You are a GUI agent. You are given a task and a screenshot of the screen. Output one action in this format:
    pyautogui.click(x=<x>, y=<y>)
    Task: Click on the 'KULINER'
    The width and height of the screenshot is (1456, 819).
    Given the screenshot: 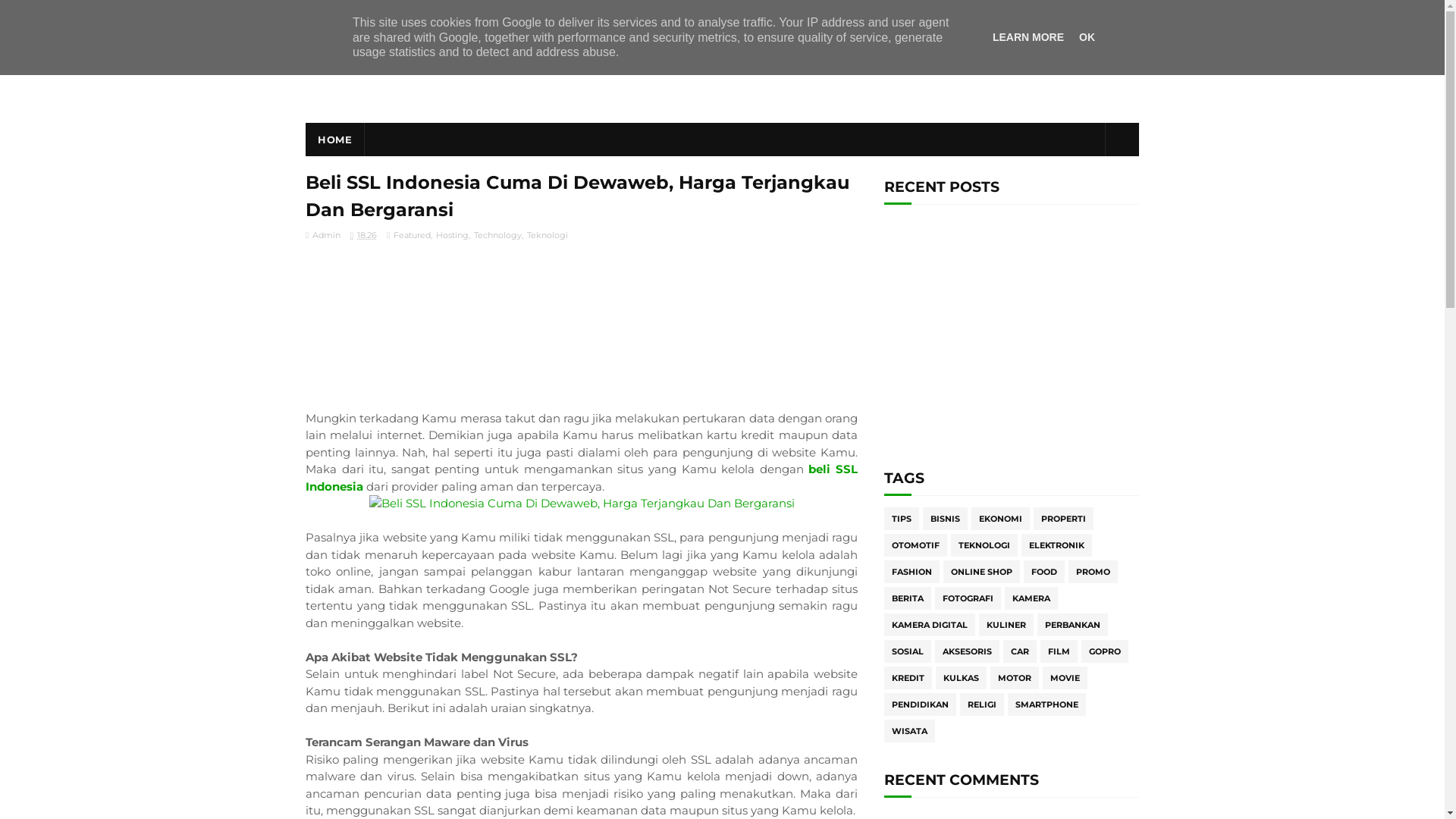 What is the action you would take?
    pyautogui.click(x=1006, y=625)
    